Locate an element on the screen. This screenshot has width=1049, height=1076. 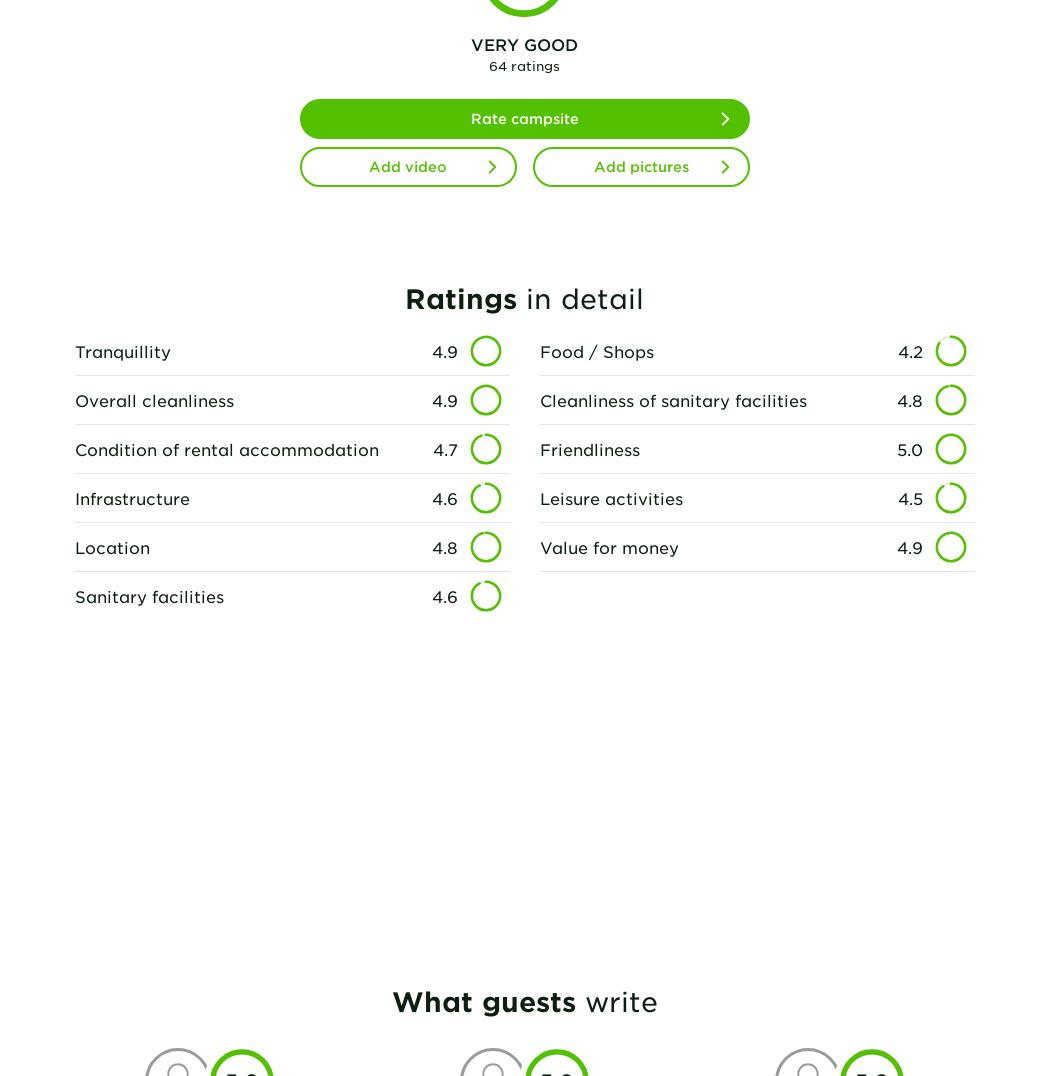
'write' is located at coordinates (615, 1000).